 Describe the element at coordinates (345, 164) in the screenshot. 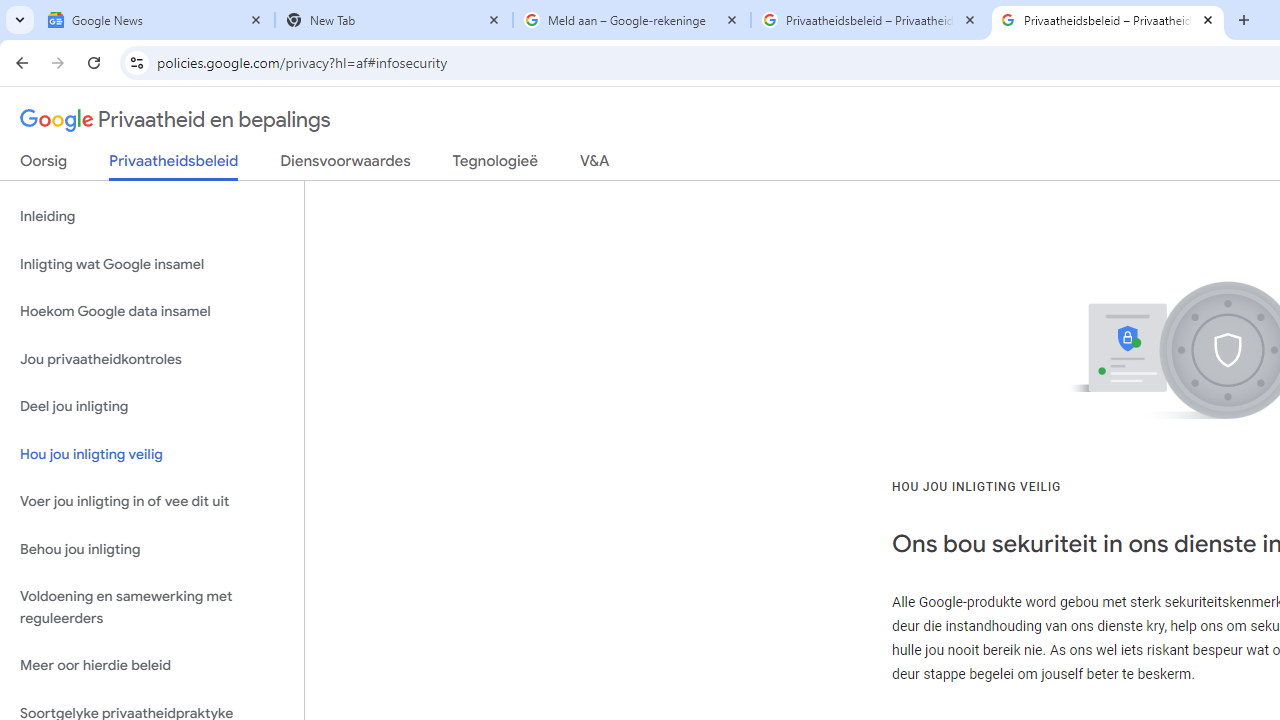

I see `'Diensvoorwaardes'` at that location.